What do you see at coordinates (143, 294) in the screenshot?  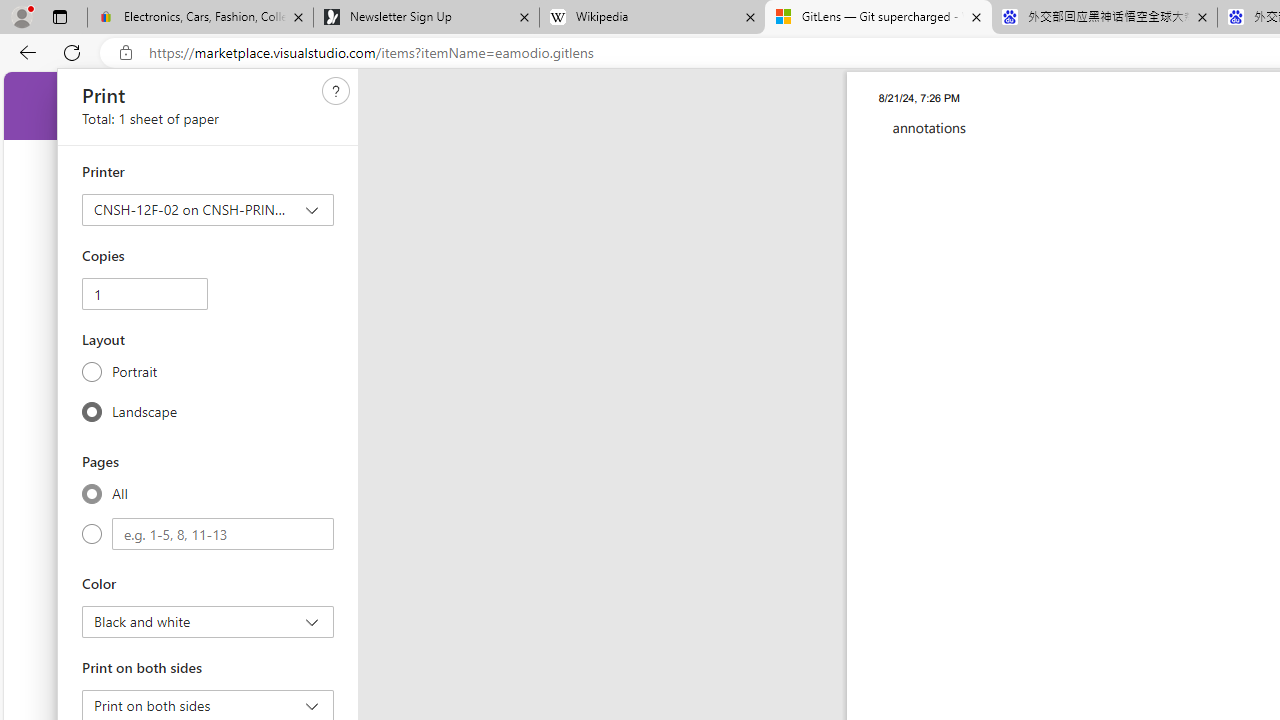 I see `'Copies'` at bounding box center [143, 294].